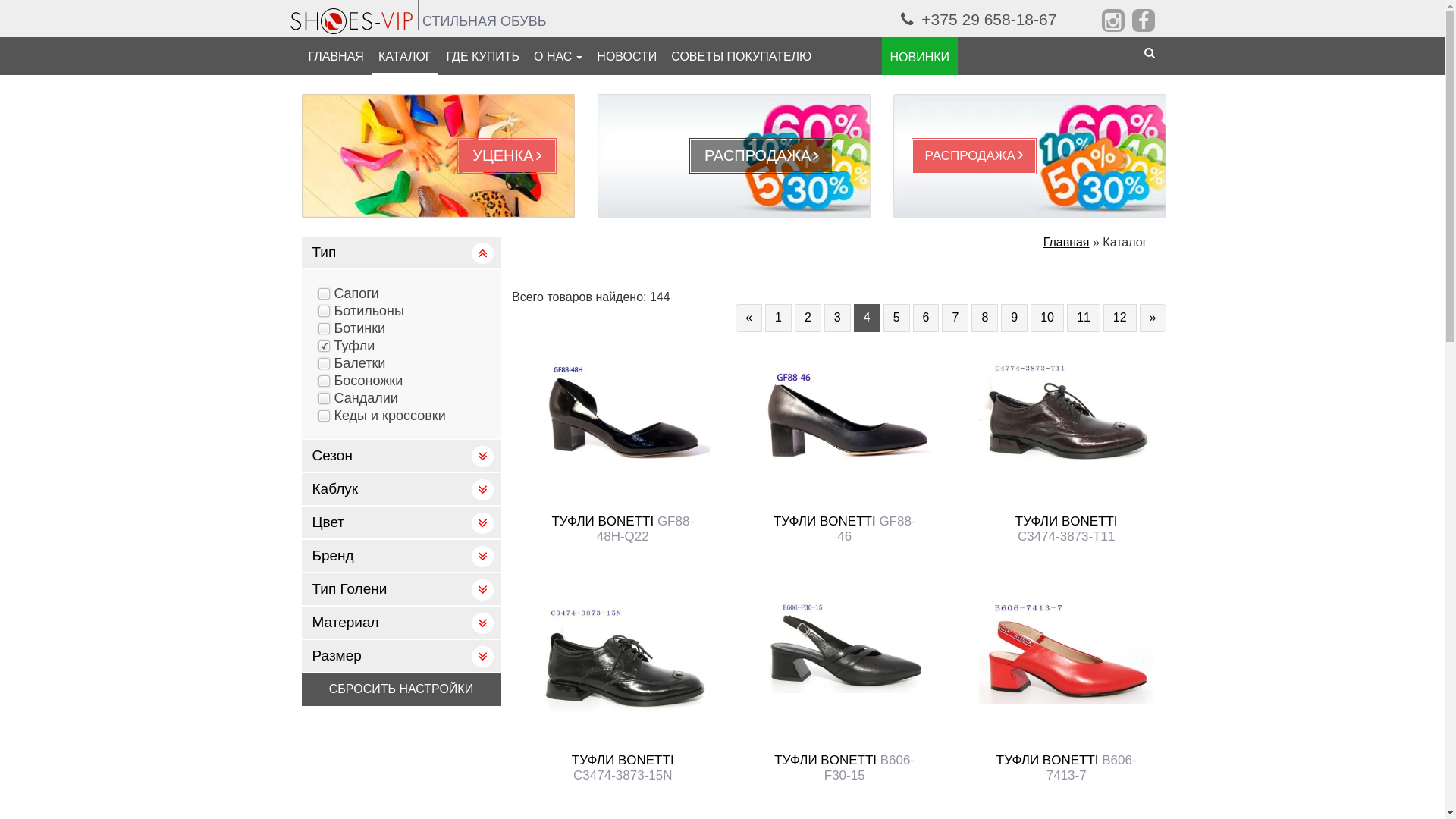 The image size is (1456, 819). I want to click on '10', so click(1046, 317).